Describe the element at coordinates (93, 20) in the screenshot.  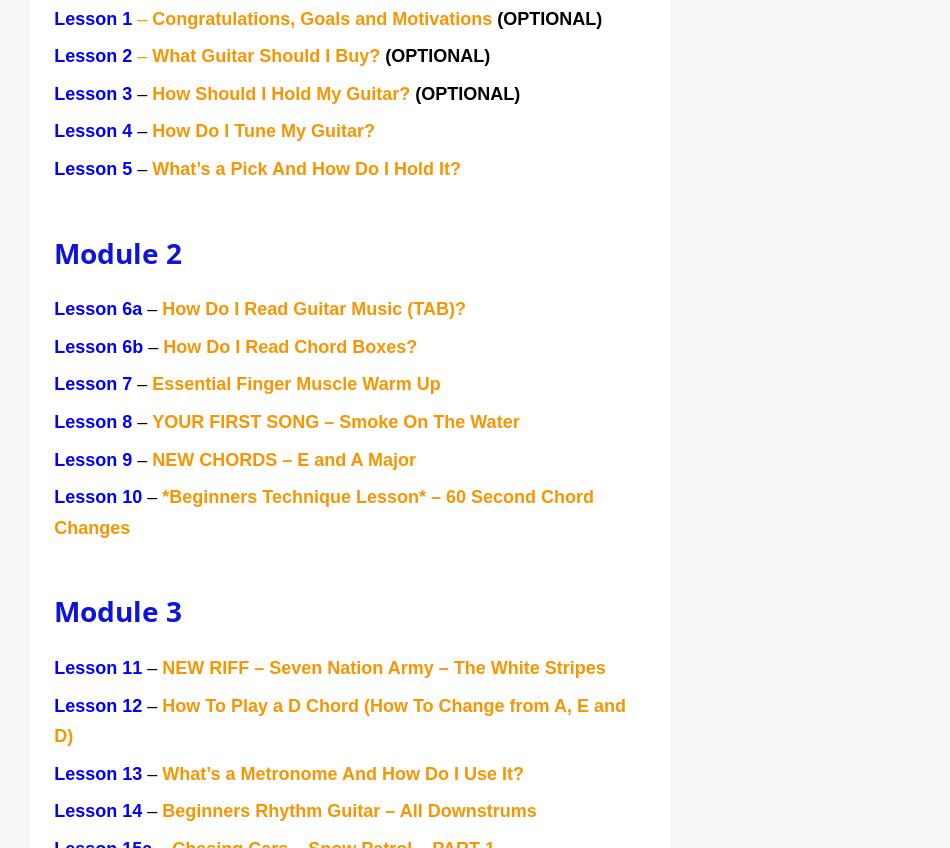
I see `'Lesson 1'` at that location.